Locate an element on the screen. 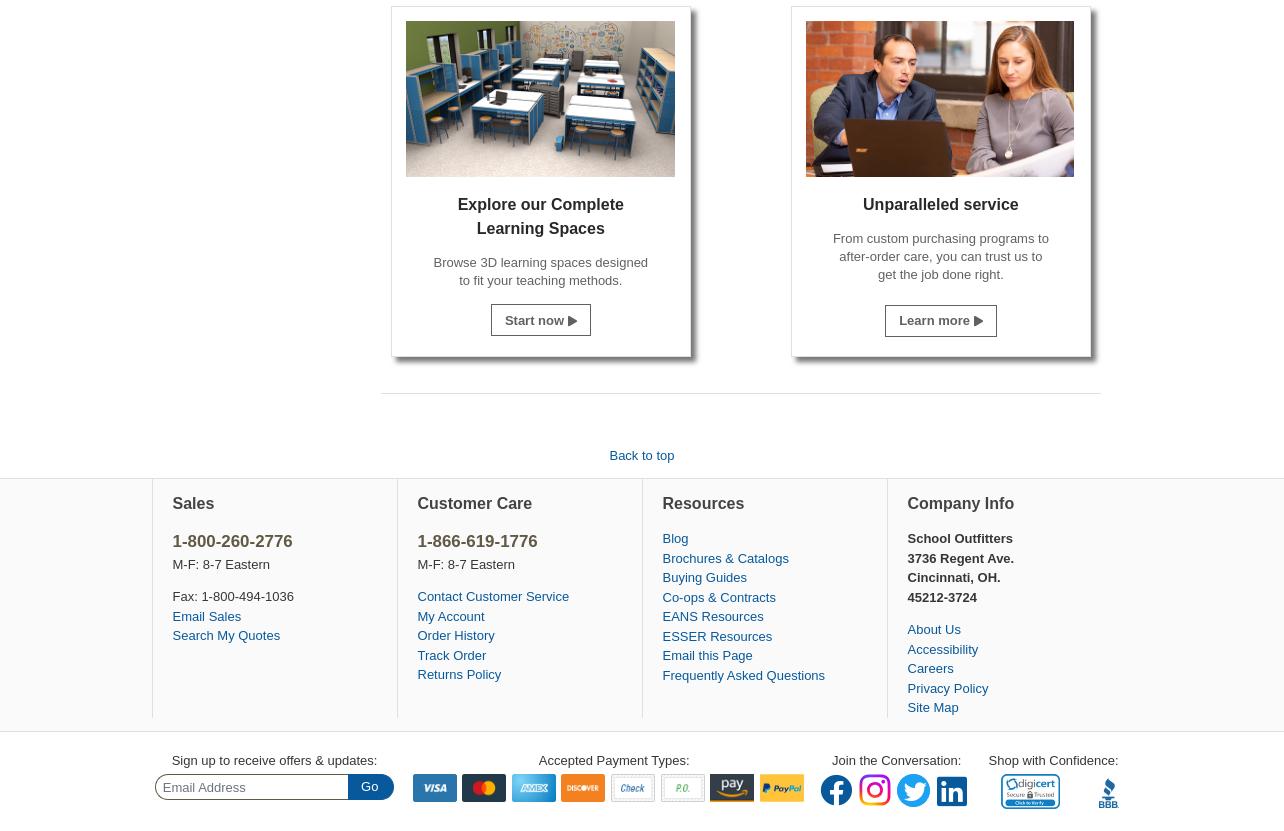 Image resolution: width=1284 pixels, height=831 pixels. 'Unparalleled service' is located at coordinates (939, 204).